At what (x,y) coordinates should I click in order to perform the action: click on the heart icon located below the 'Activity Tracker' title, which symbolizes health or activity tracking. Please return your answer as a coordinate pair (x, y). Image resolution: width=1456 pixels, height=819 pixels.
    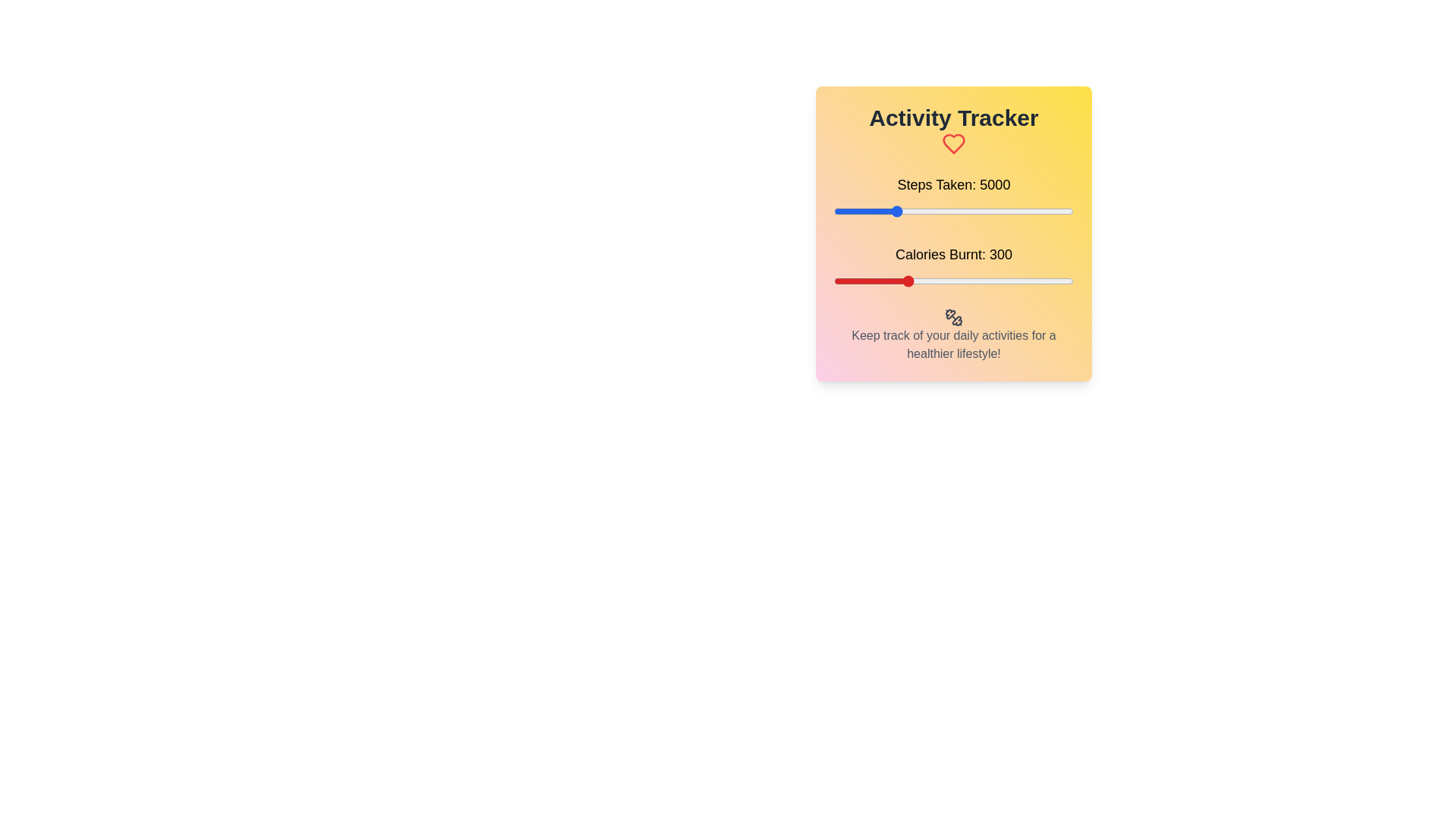
    Looking at the image, I should click on (952, 143).